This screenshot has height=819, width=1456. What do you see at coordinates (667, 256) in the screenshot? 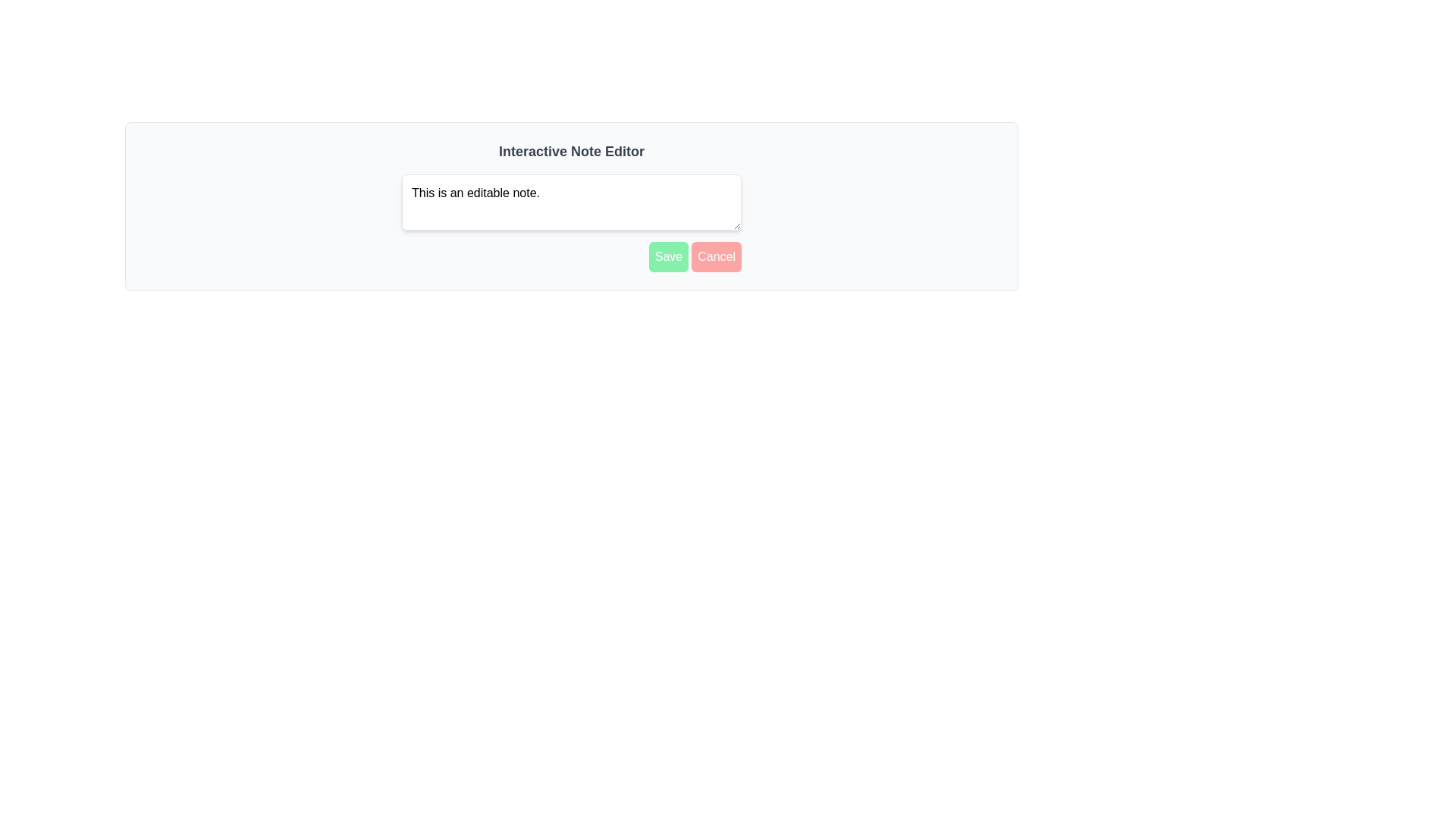
I see `the 'Save' button located in the bottom-right corner of the interface, positioned to the left of the 'Cancel' button` at bounding box center [667, 256].